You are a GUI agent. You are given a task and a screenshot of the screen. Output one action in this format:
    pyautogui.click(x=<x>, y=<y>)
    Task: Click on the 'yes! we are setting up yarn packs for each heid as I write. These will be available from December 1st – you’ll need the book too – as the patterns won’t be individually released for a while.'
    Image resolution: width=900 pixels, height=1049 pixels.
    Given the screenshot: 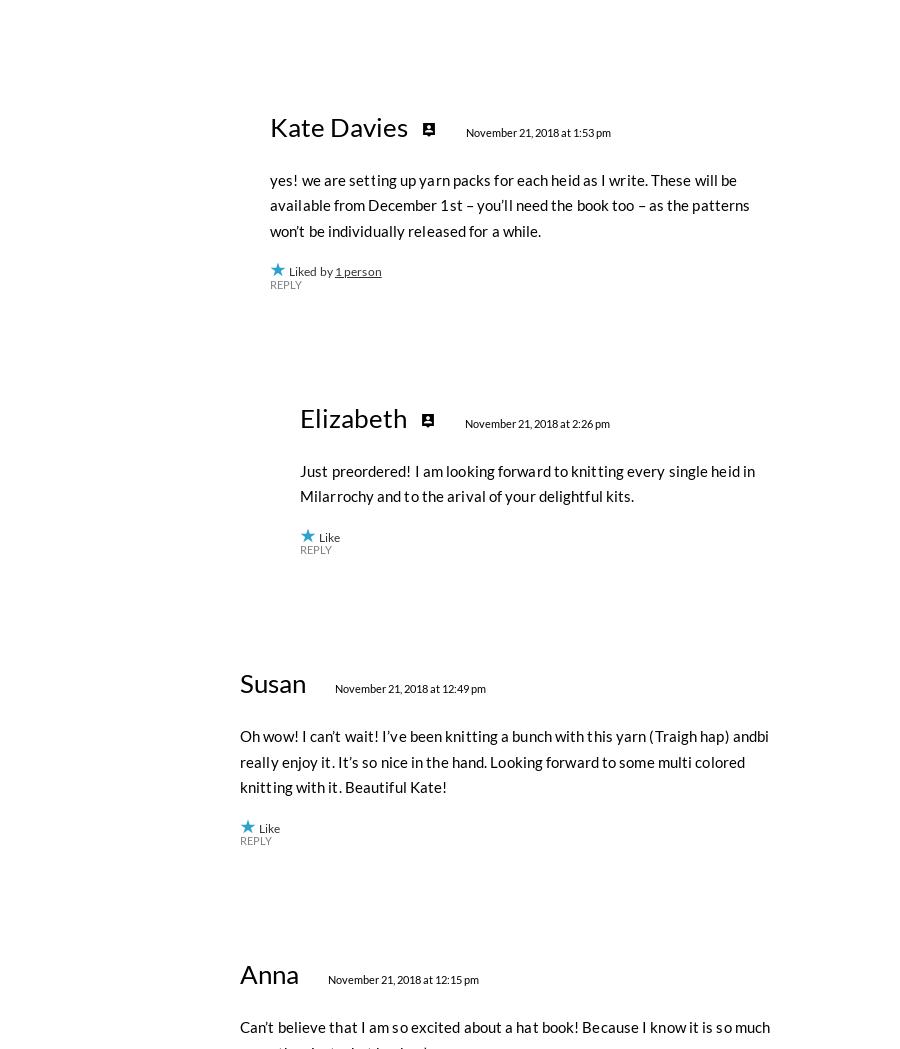 What is the action you would take?
    pyautogui.click(x=509, y=644)
    